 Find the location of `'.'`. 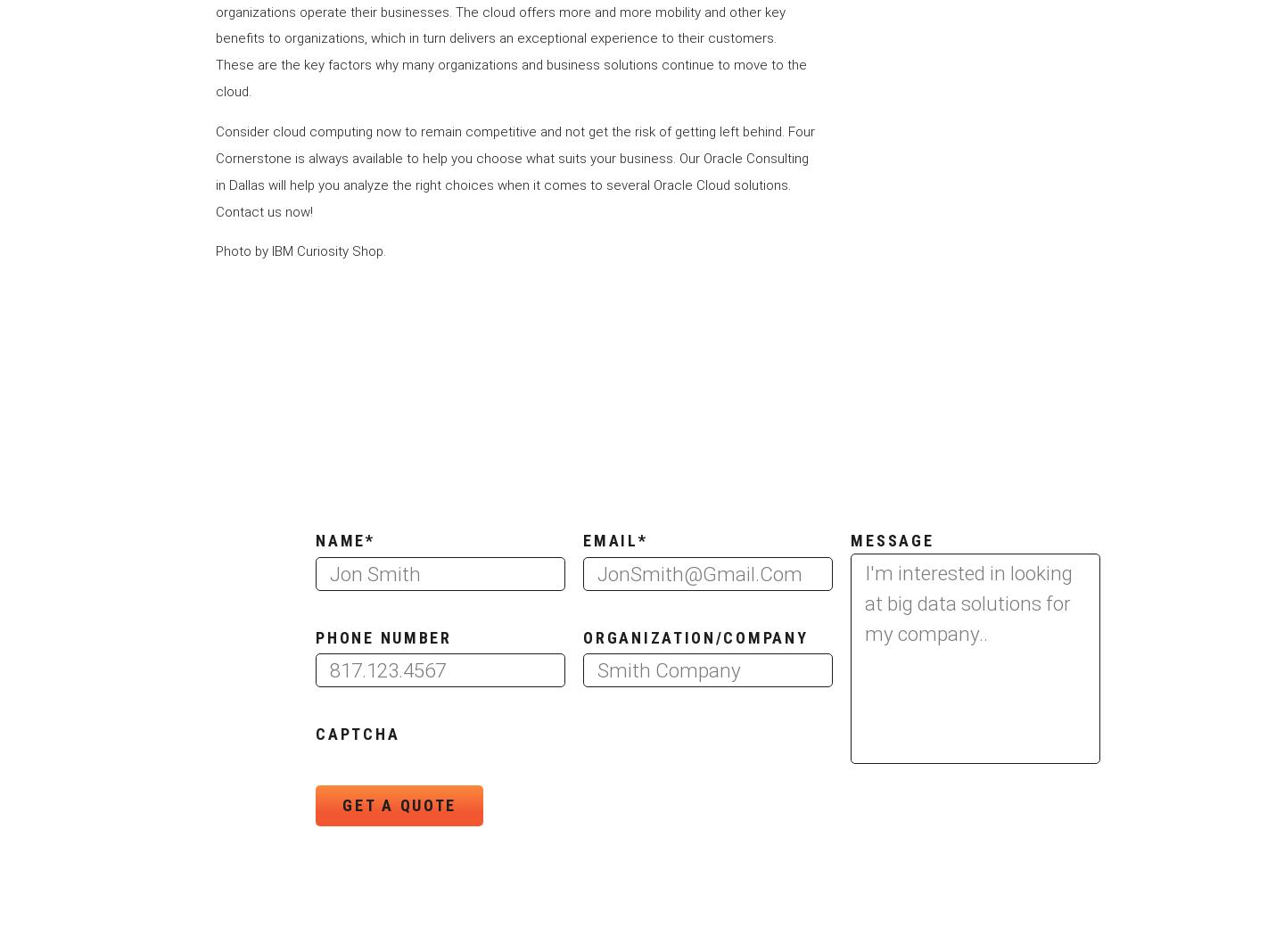

'.' is located at coordinates (383, 250).